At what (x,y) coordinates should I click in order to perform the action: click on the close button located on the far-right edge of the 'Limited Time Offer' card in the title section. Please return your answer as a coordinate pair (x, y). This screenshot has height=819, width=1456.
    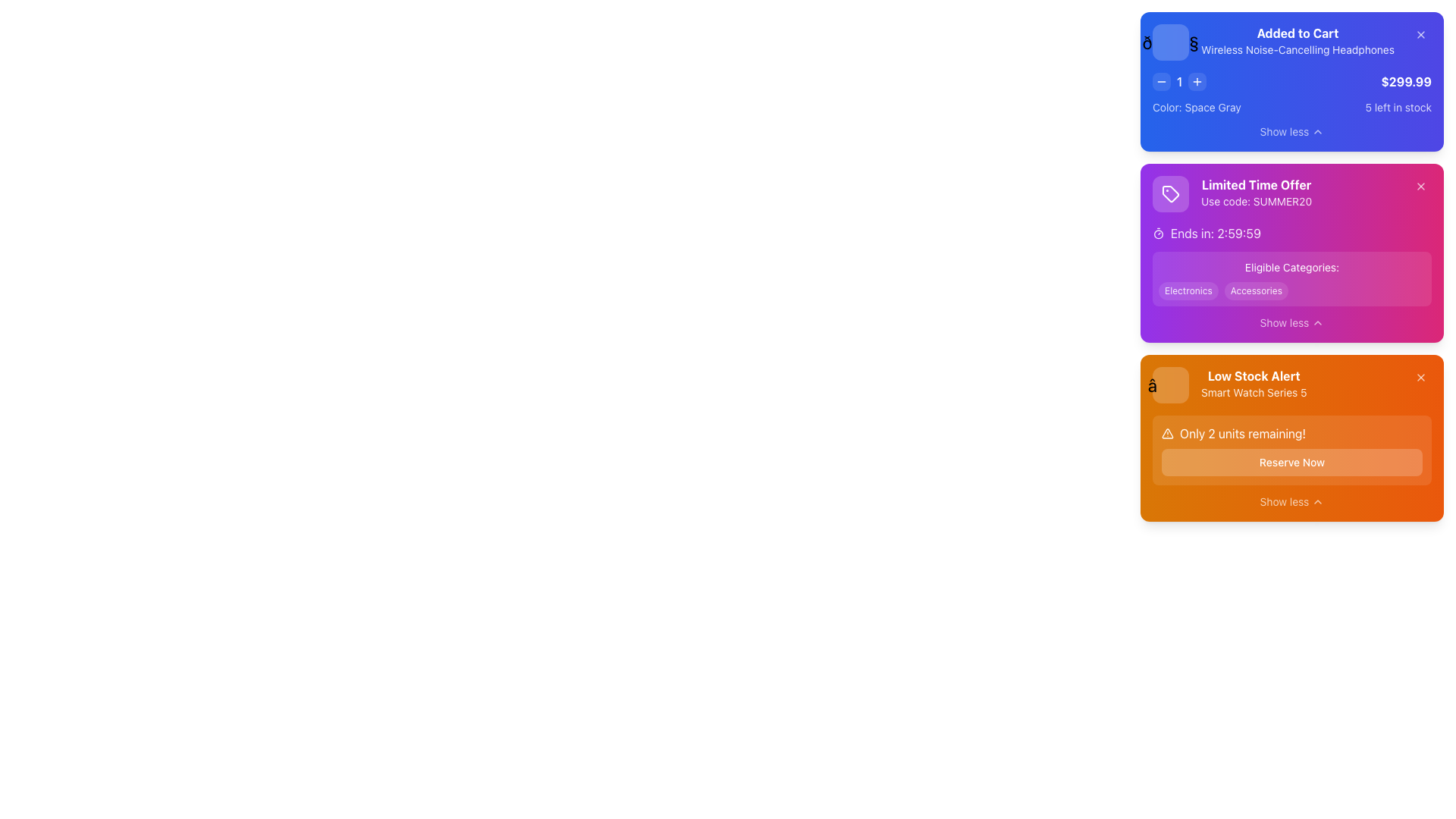
    Looking at the image, I should click on (1420, 186).